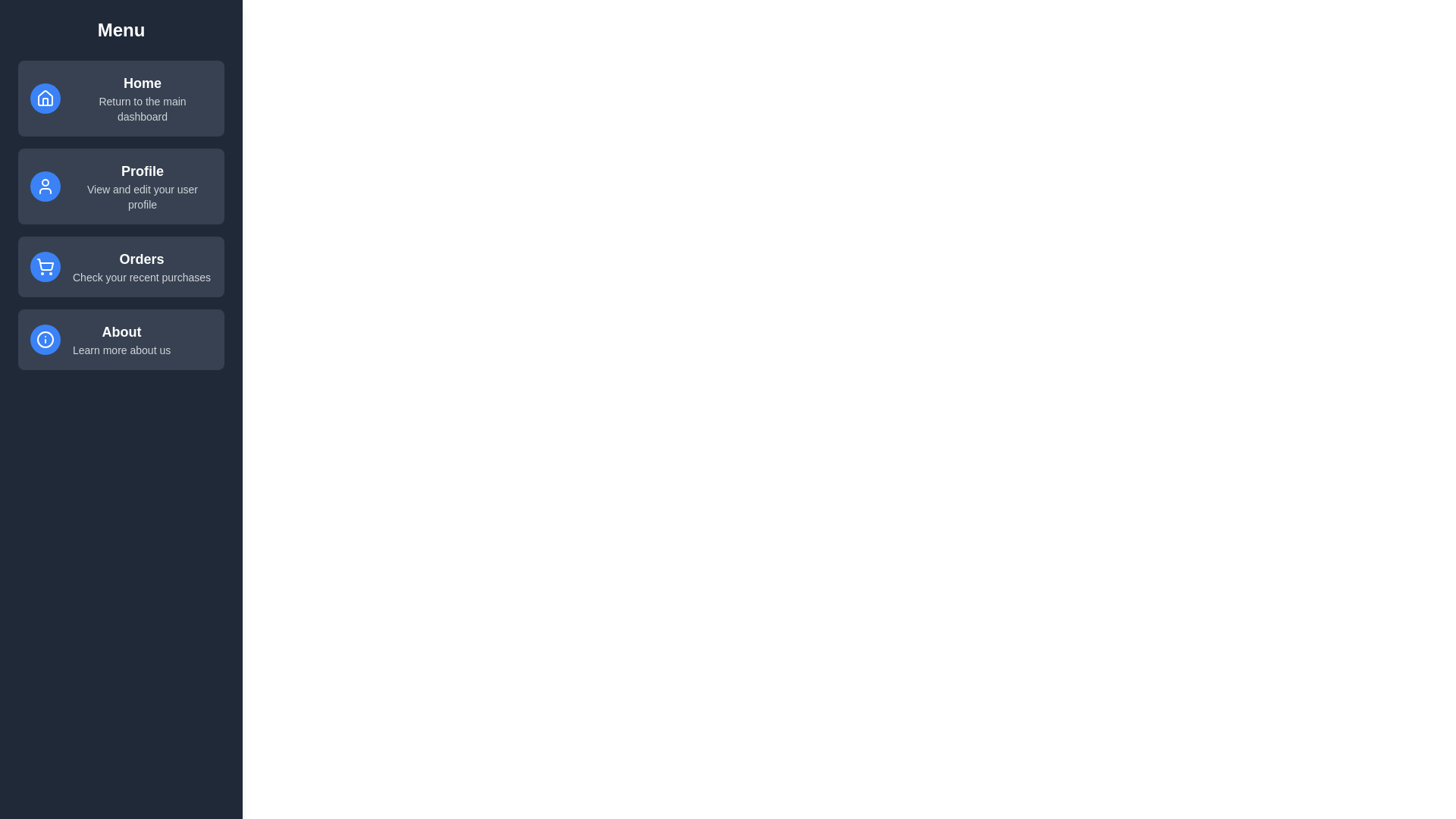  What do you see at coordinates (120, 265) in the screenshot?
I see `the menu item labeled Orders to select it` at bounding box center [120, 265].